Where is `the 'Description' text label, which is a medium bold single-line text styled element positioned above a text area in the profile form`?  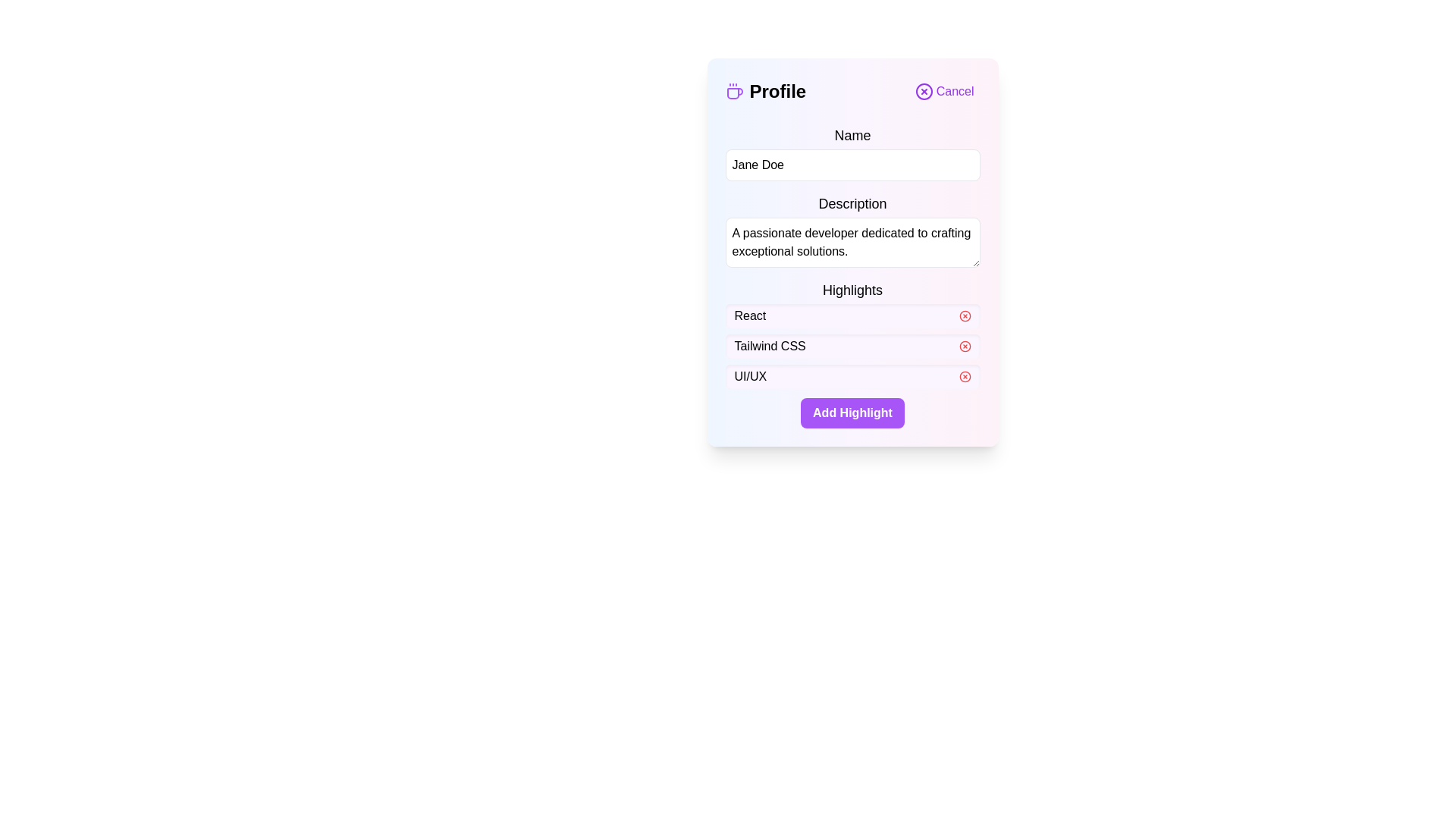 the 'Description' text label, which is a medium bold single-line text styled element positioned above a text area in the profile form is located at coordinates (852, 203).